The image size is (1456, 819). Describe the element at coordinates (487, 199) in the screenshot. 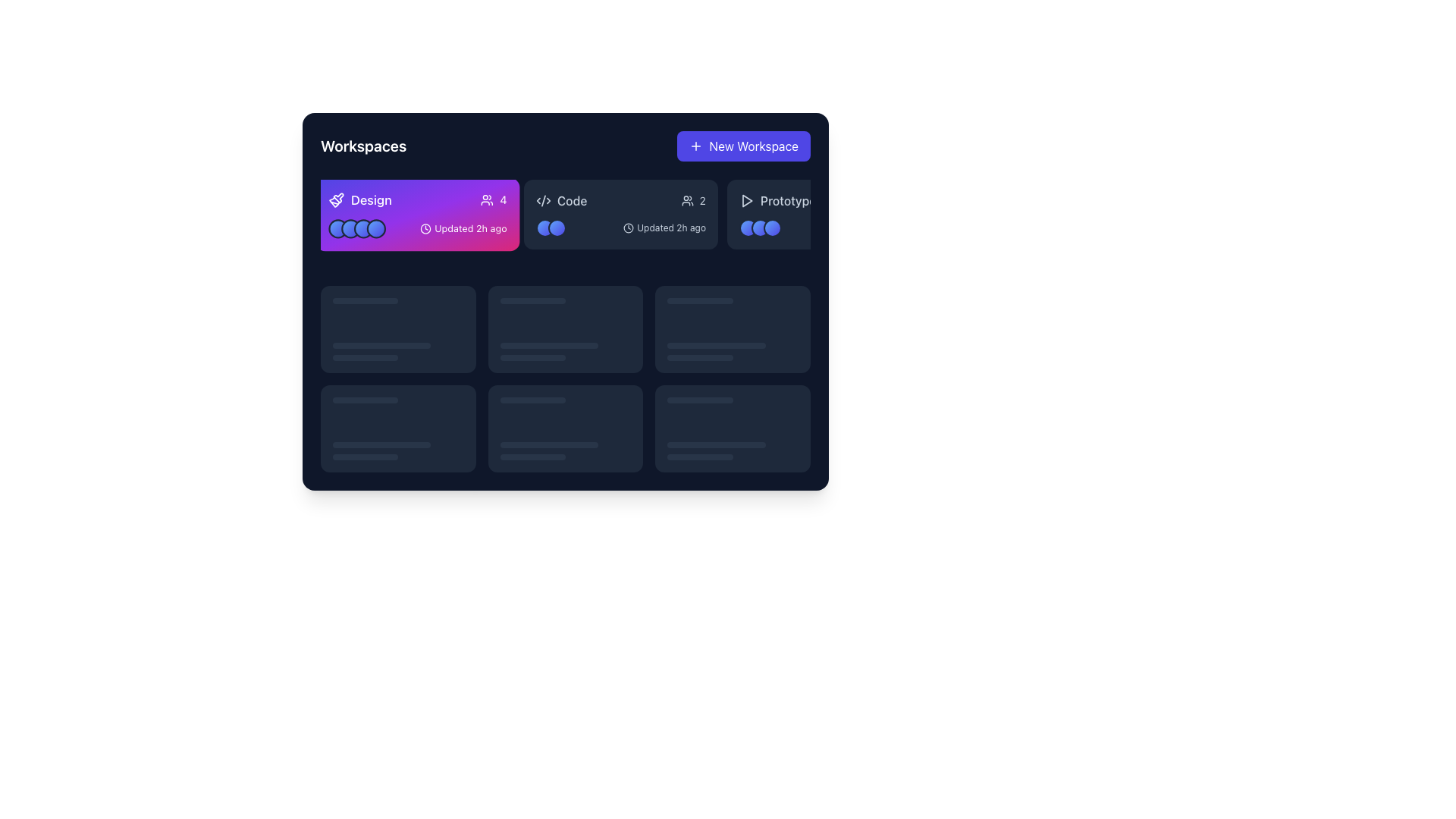

I see `the user group icon associated with the 'Design' workspace` at that location.